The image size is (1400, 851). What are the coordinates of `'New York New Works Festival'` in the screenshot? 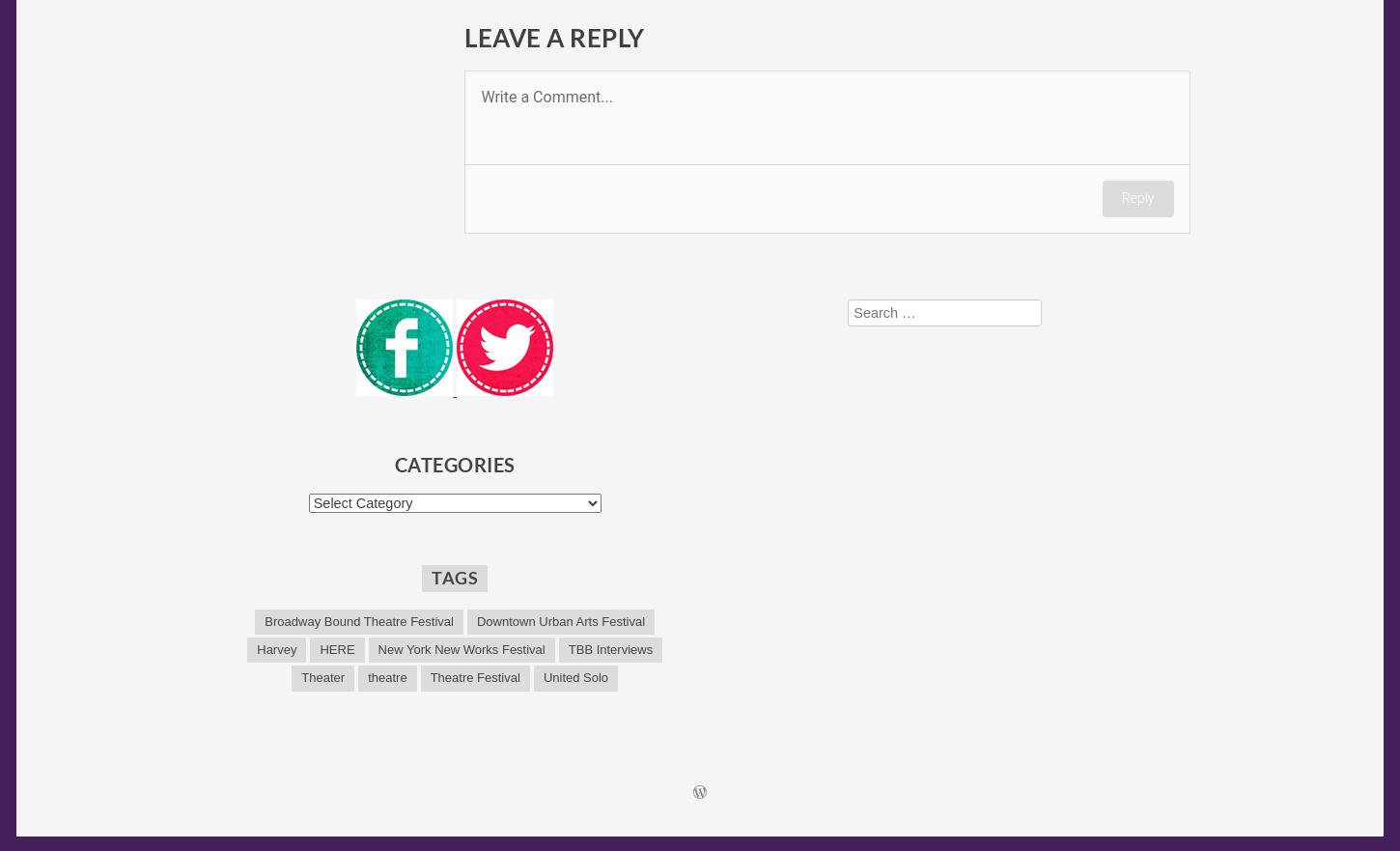 It's located at (460, 649).